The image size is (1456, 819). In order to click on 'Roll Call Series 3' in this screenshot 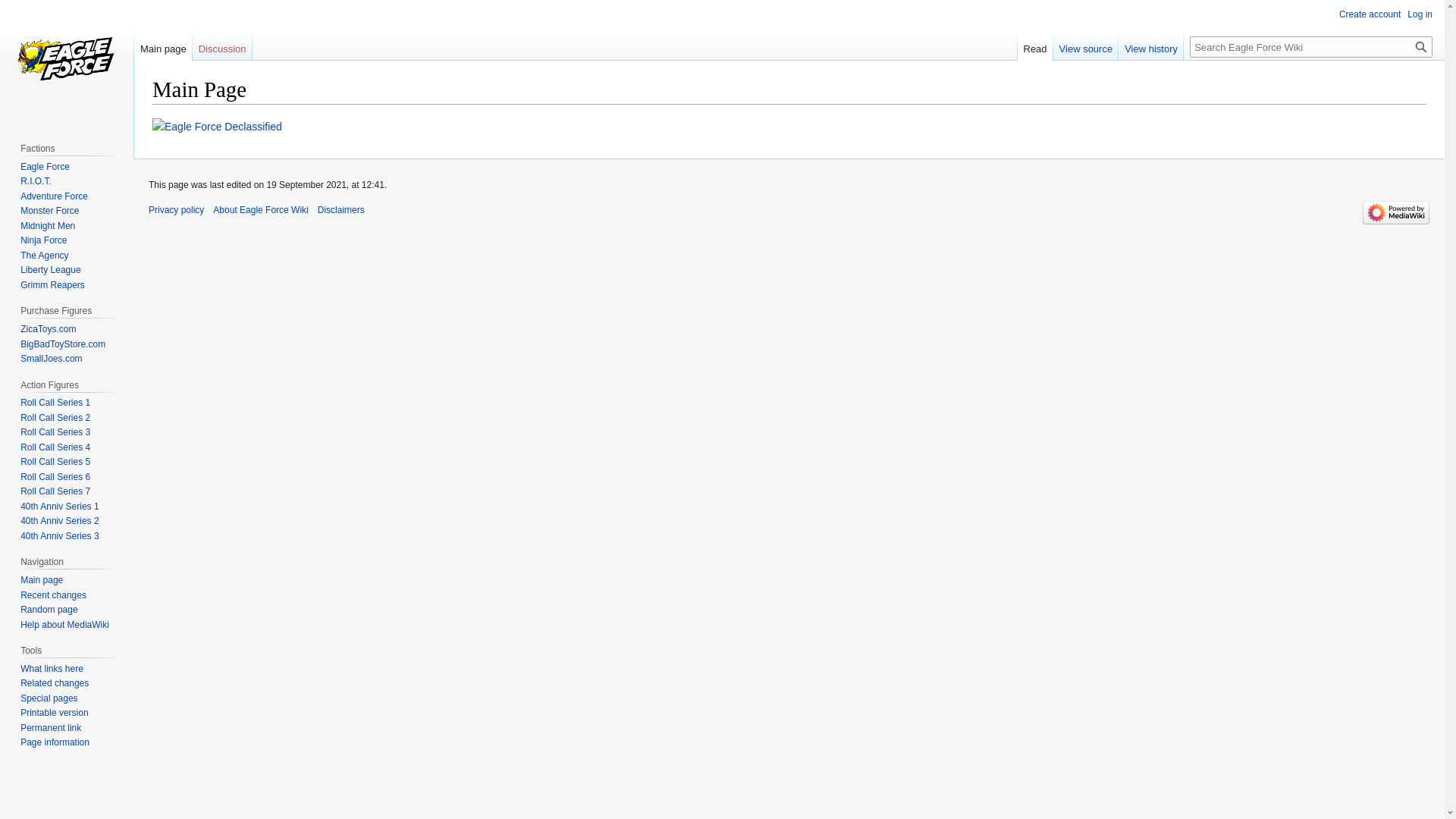, I will do `click(55, 432)`.